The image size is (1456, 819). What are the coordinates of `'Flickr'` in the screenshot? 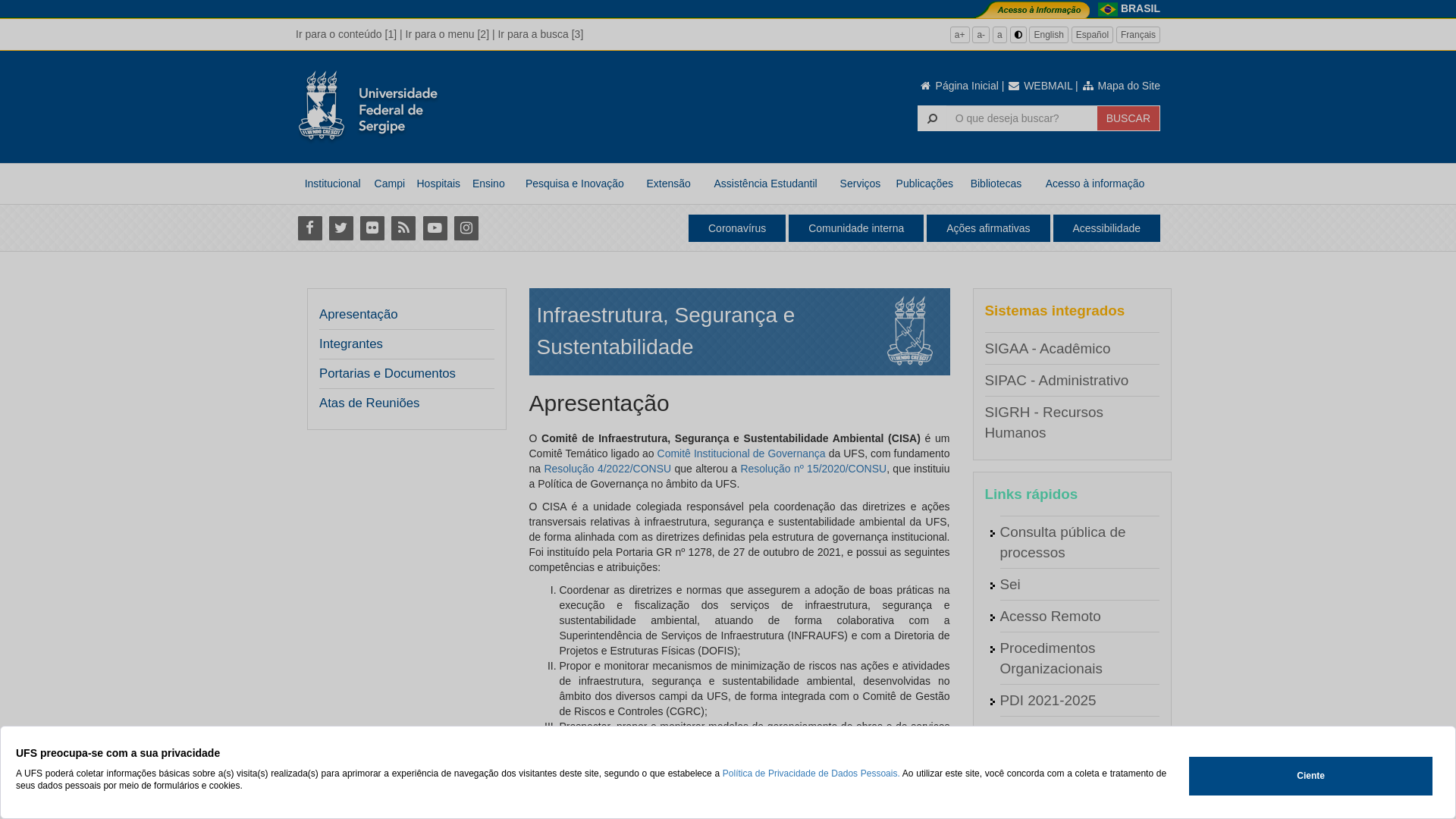 It's located at (372, 227).